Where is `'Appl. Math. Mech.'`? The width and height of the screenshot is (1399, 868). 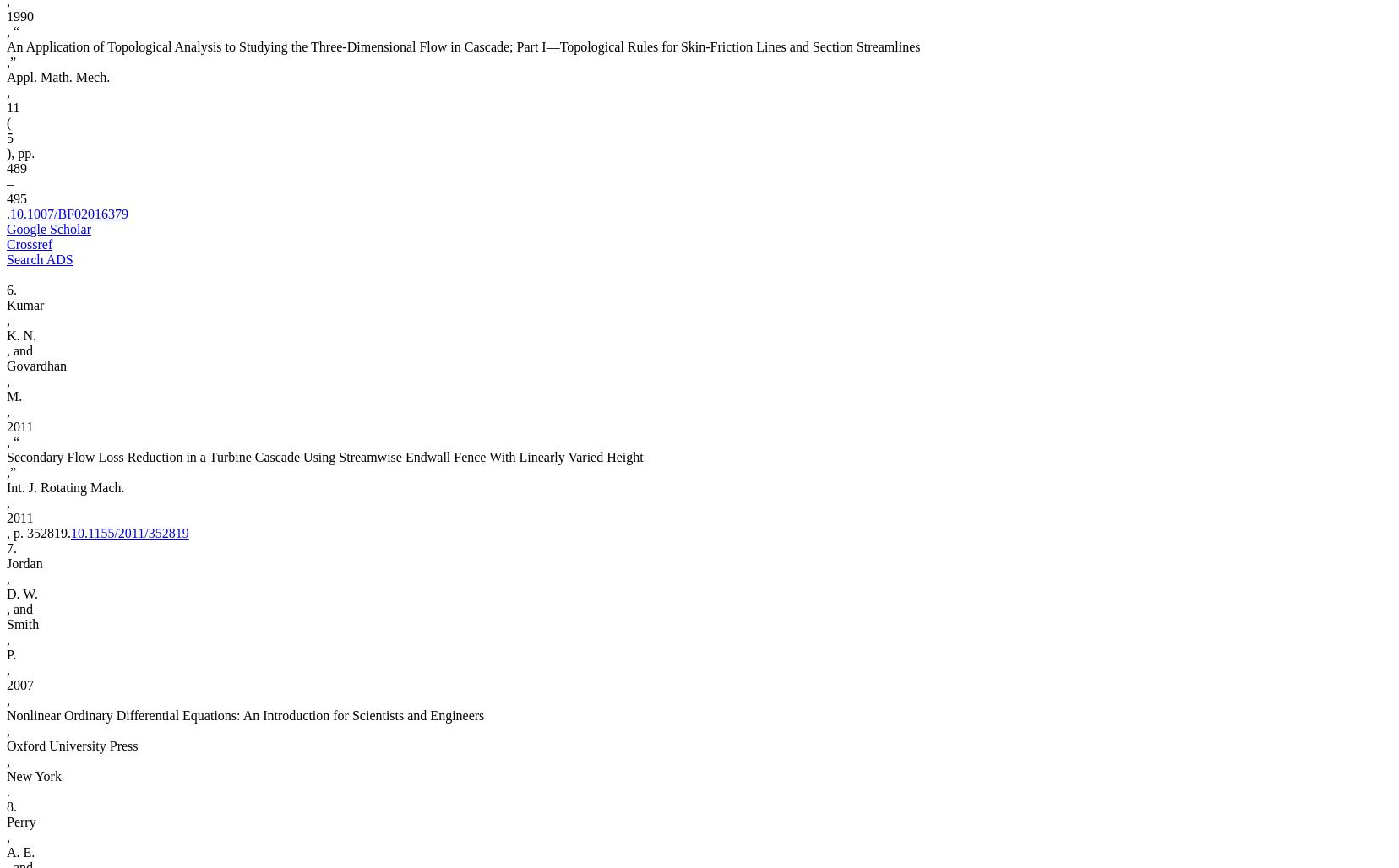
'Appl. Math. Mech.' is located at coordinates (5, 76).